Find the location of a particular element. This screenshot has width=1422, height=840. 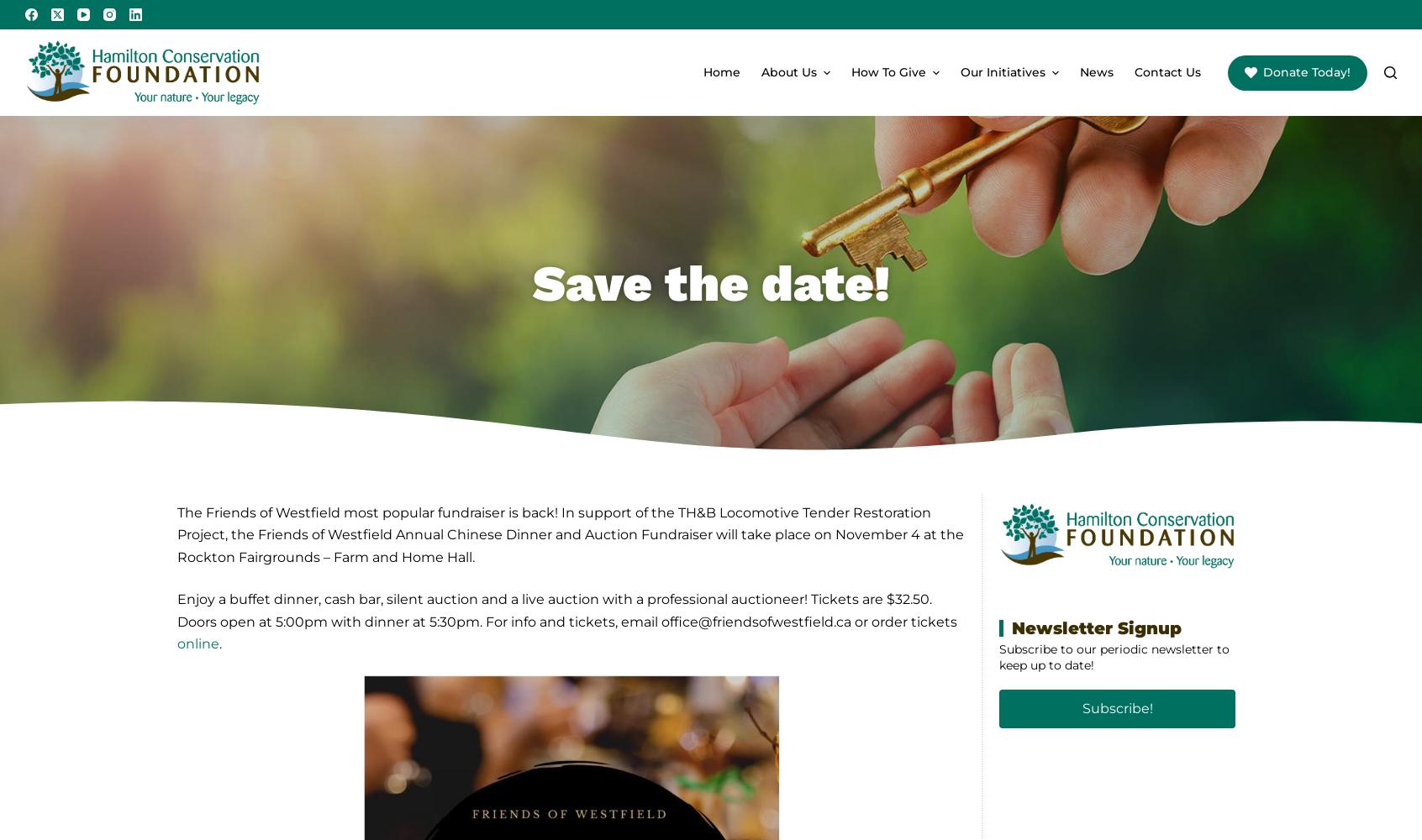

'About Us' is located at coordinates (789, 71).